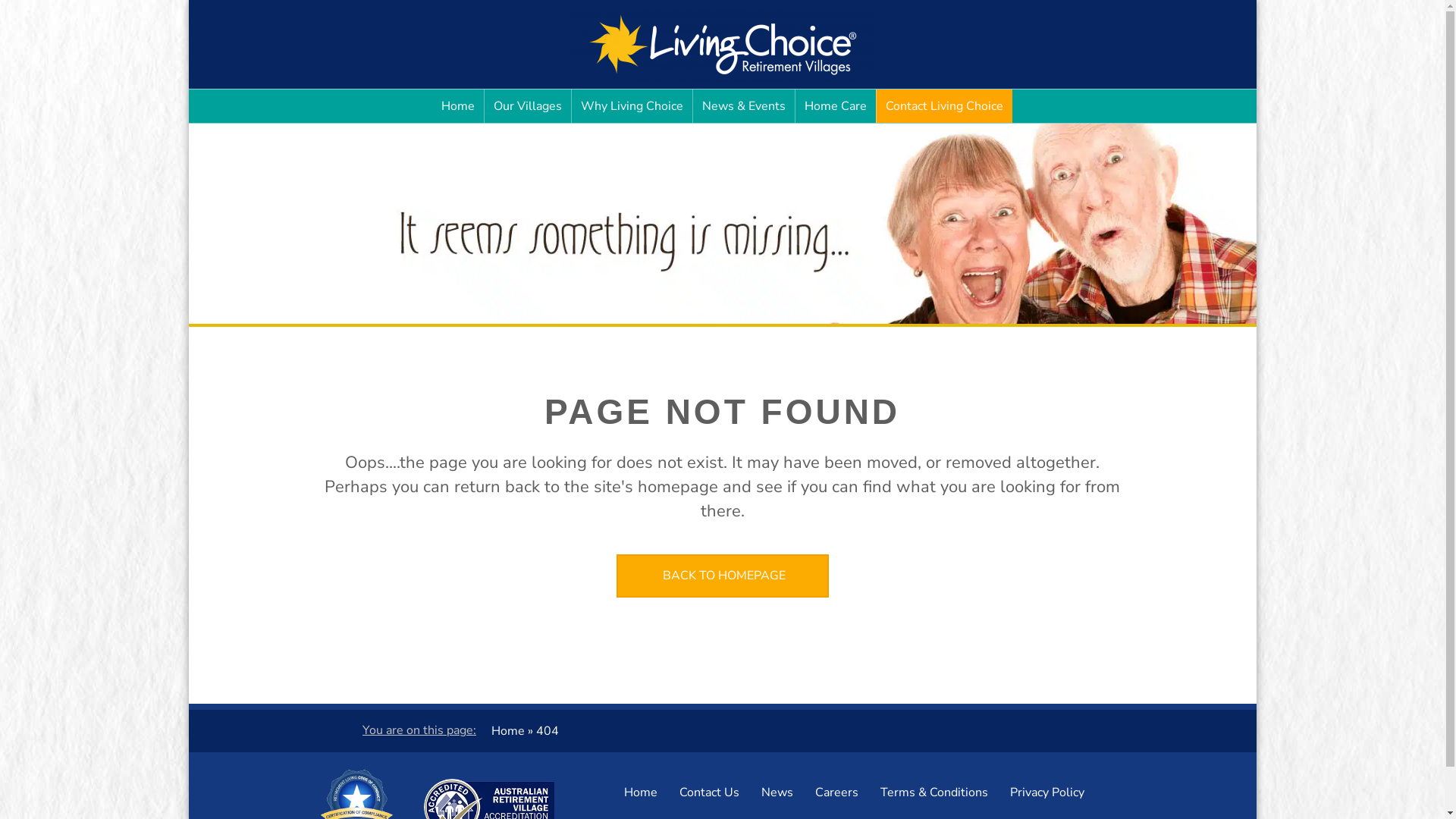 The width and height of the screenshot is (1456, 819). Describe the element at coordinates (803, 792) in the screenshot. I see `'Careers'` at that location.